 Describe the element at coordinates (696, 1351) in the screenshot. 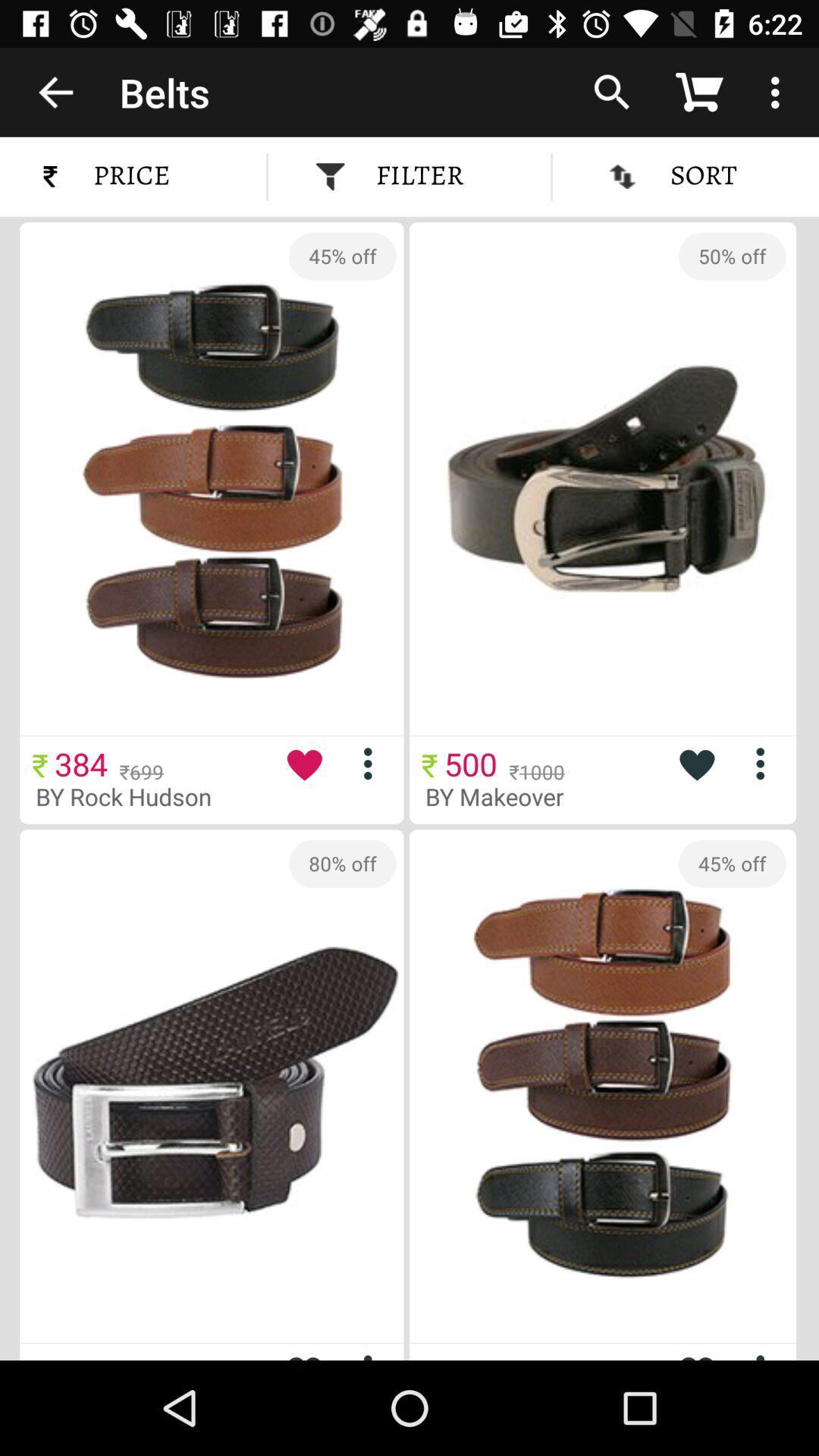

I see `to favorites` at that location.